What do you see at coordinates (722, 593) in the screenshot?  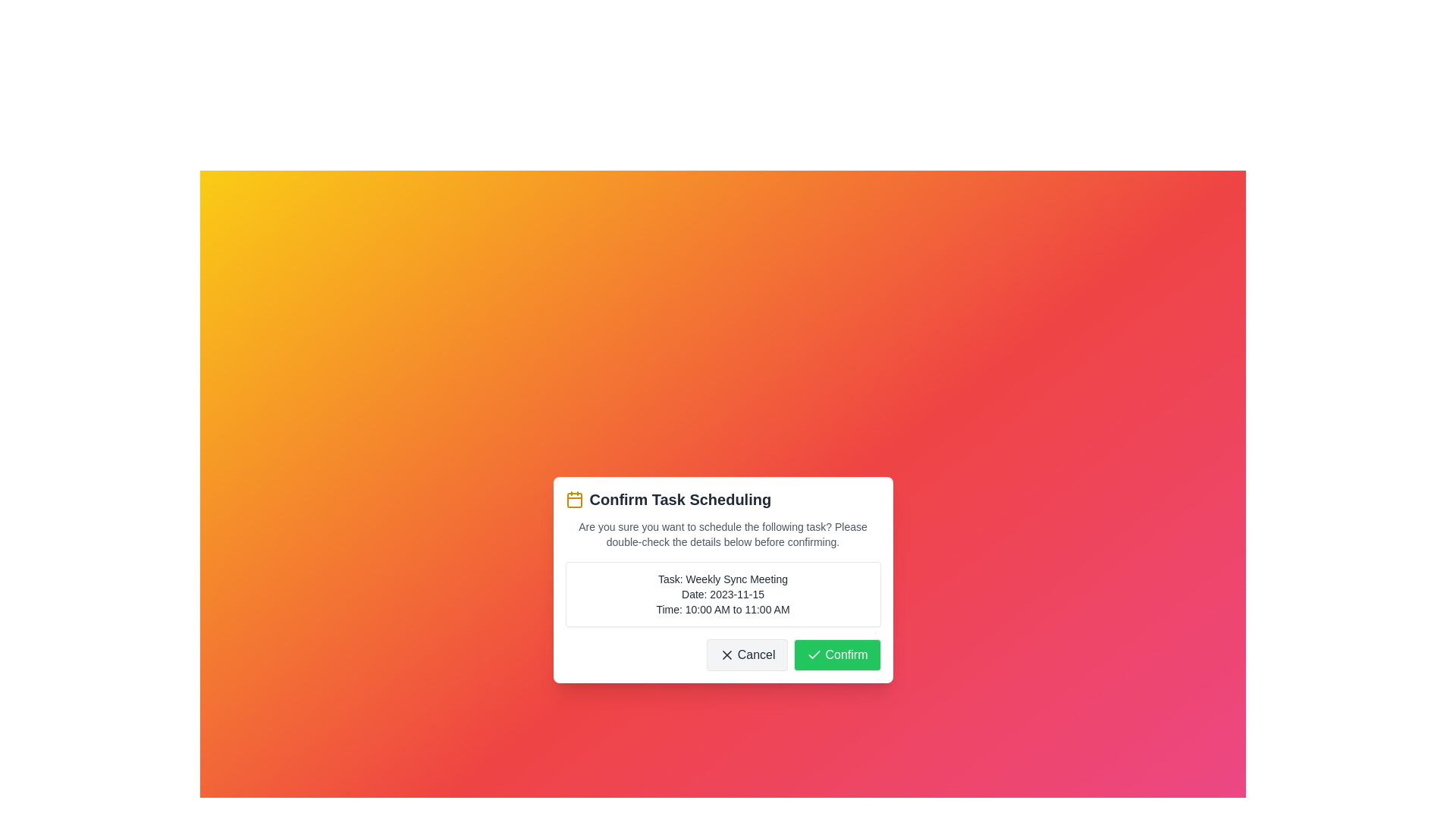 I see `the Text Display Box which shows summarized details of the task being scheduled, located in the center of the modal dialog box, below the confirmation paragraph and above the 'Cancel' and 'Confirm' buttons` at bounding box center [722, 593].